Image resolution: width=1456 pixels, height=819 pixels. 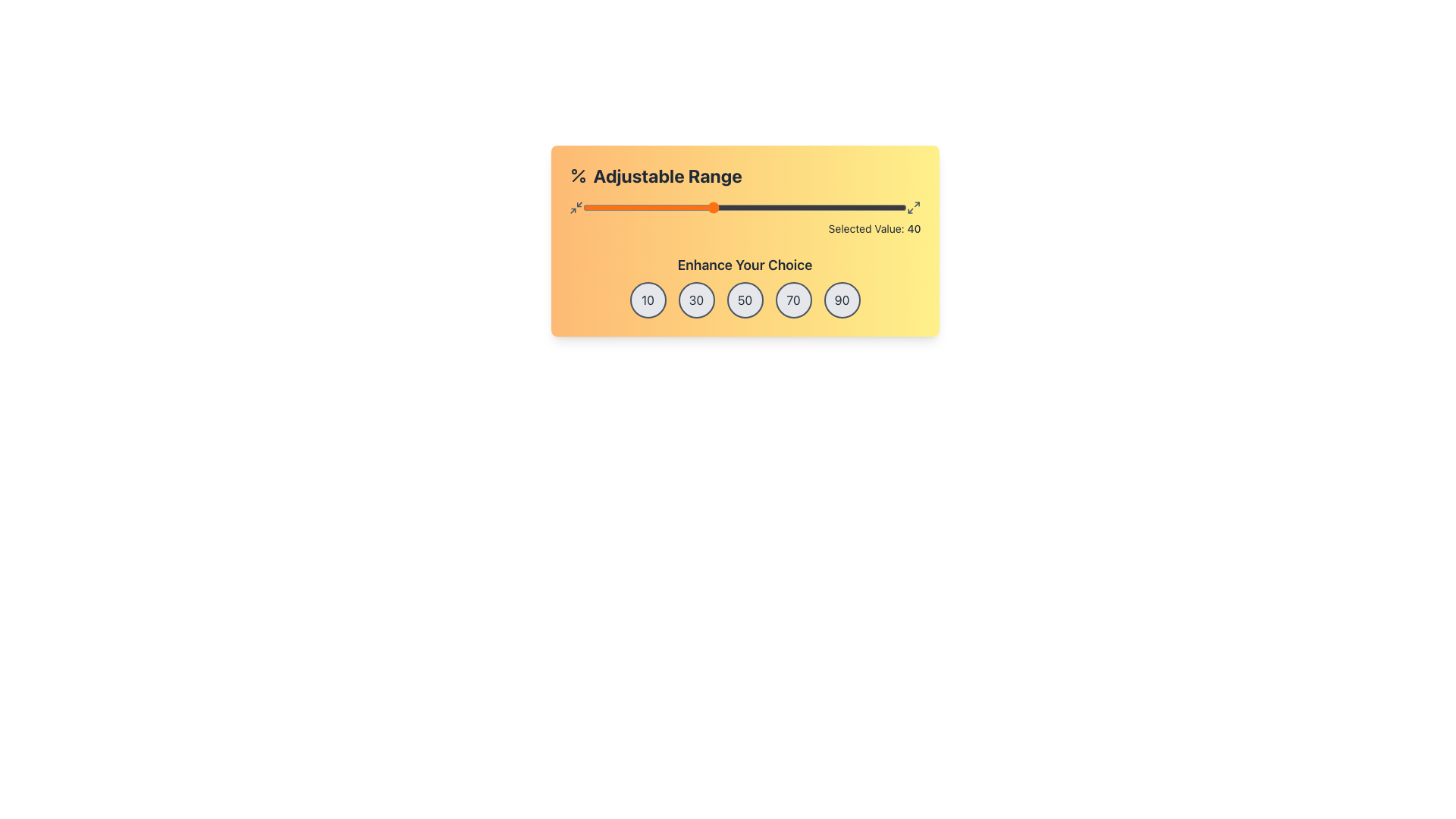 I want to click on the slider, so click(x=767, y=207).